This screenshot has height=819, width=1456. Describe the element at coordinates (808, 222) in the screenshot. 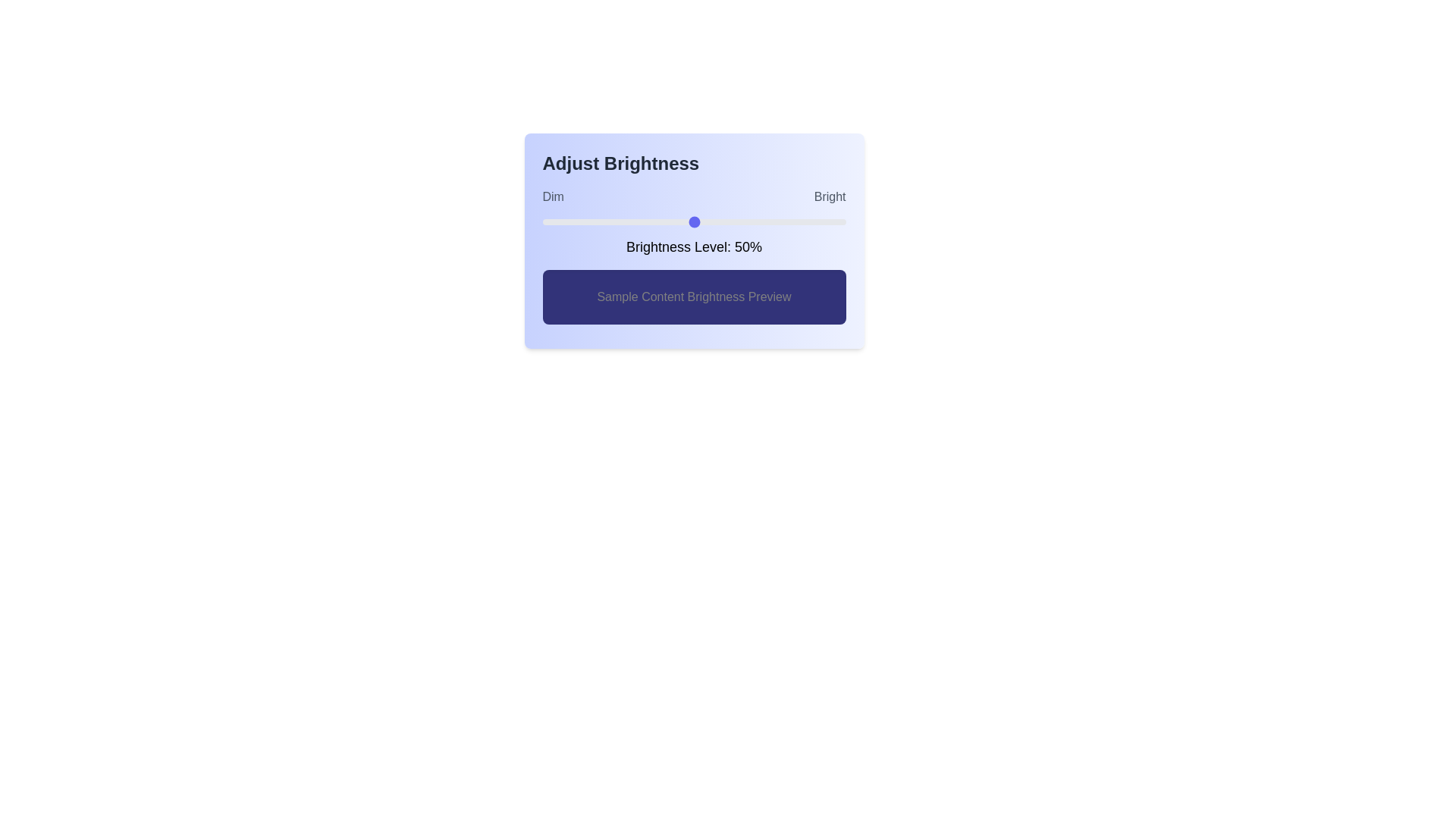

I see `the brightness slider to 88%` at that location.